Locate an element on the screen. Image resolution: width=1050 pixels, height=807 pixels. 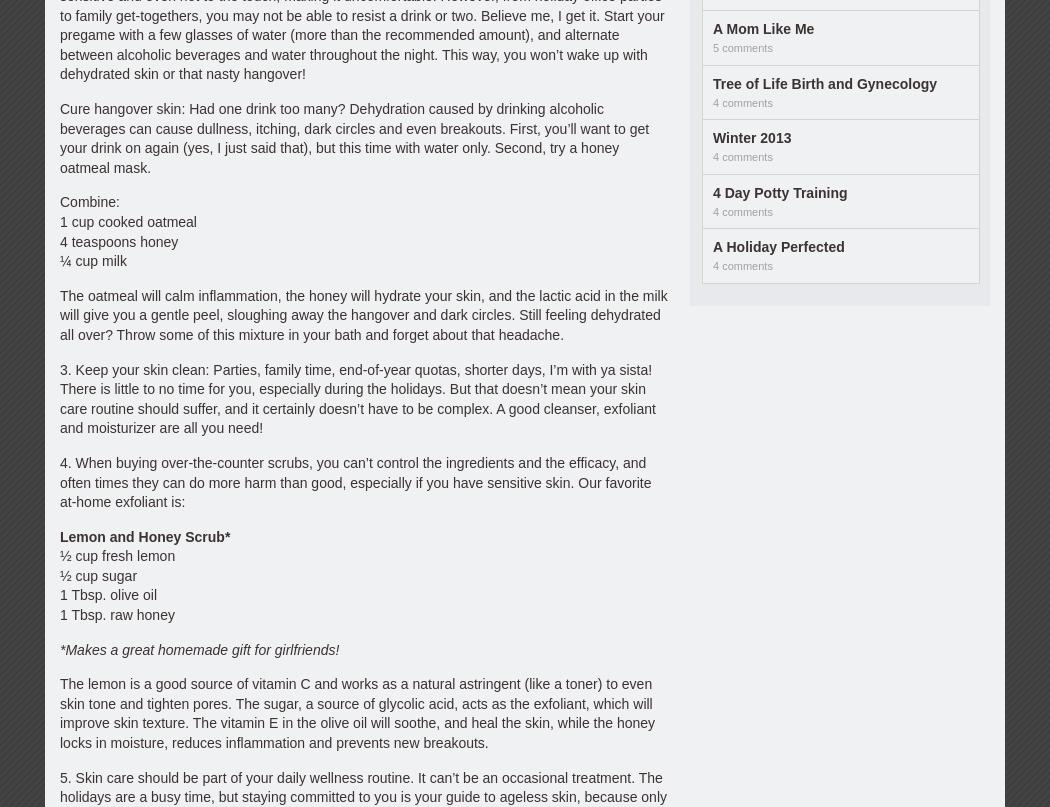
'½ cup sugar' is located at coordinates (98, 573).